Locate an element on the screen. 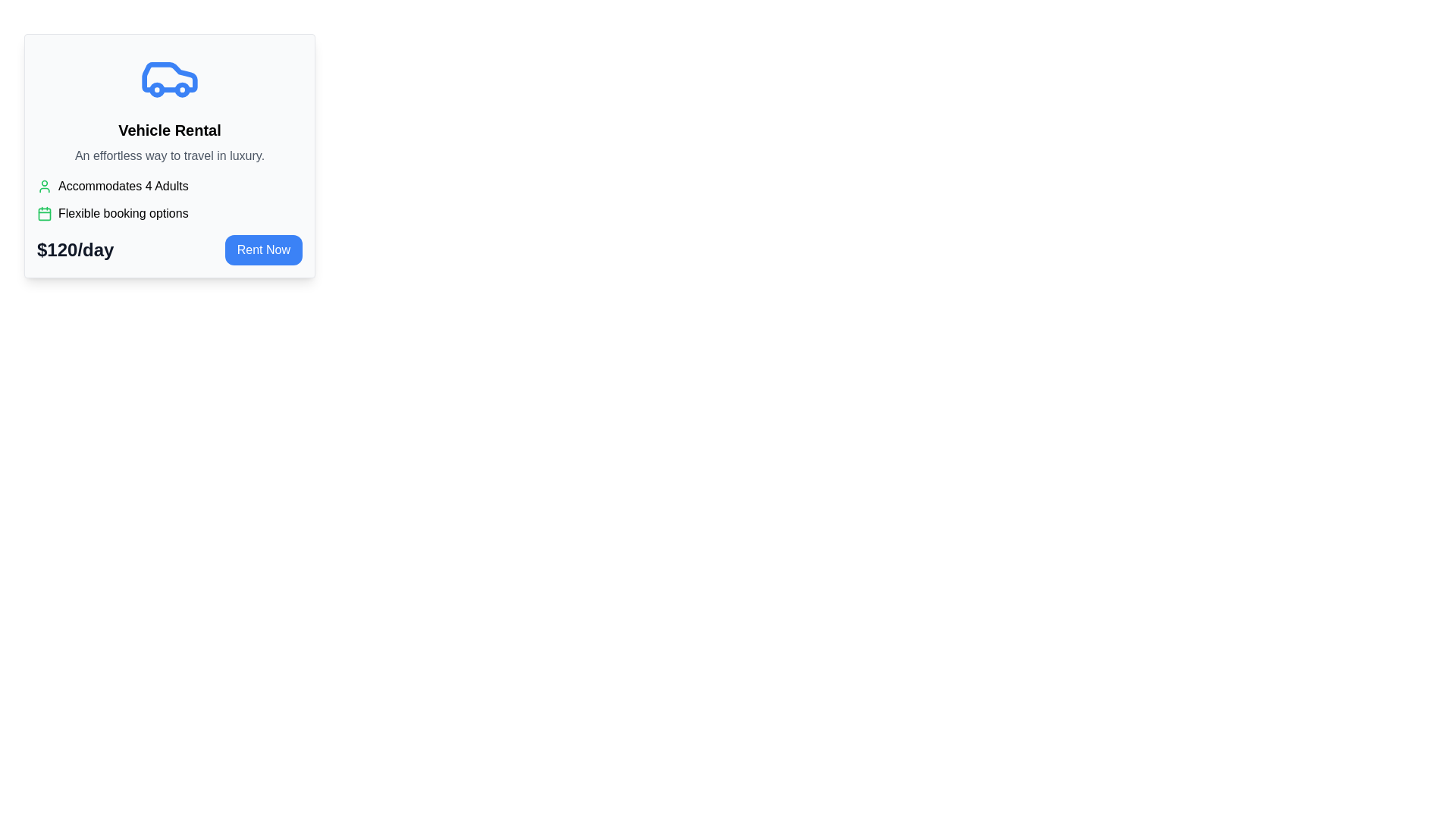  the centered gray text block that reads 'An effortless way to travel in luxury.' located below the 'Vehicle Rental' heading is located at coordinates (170, 155).